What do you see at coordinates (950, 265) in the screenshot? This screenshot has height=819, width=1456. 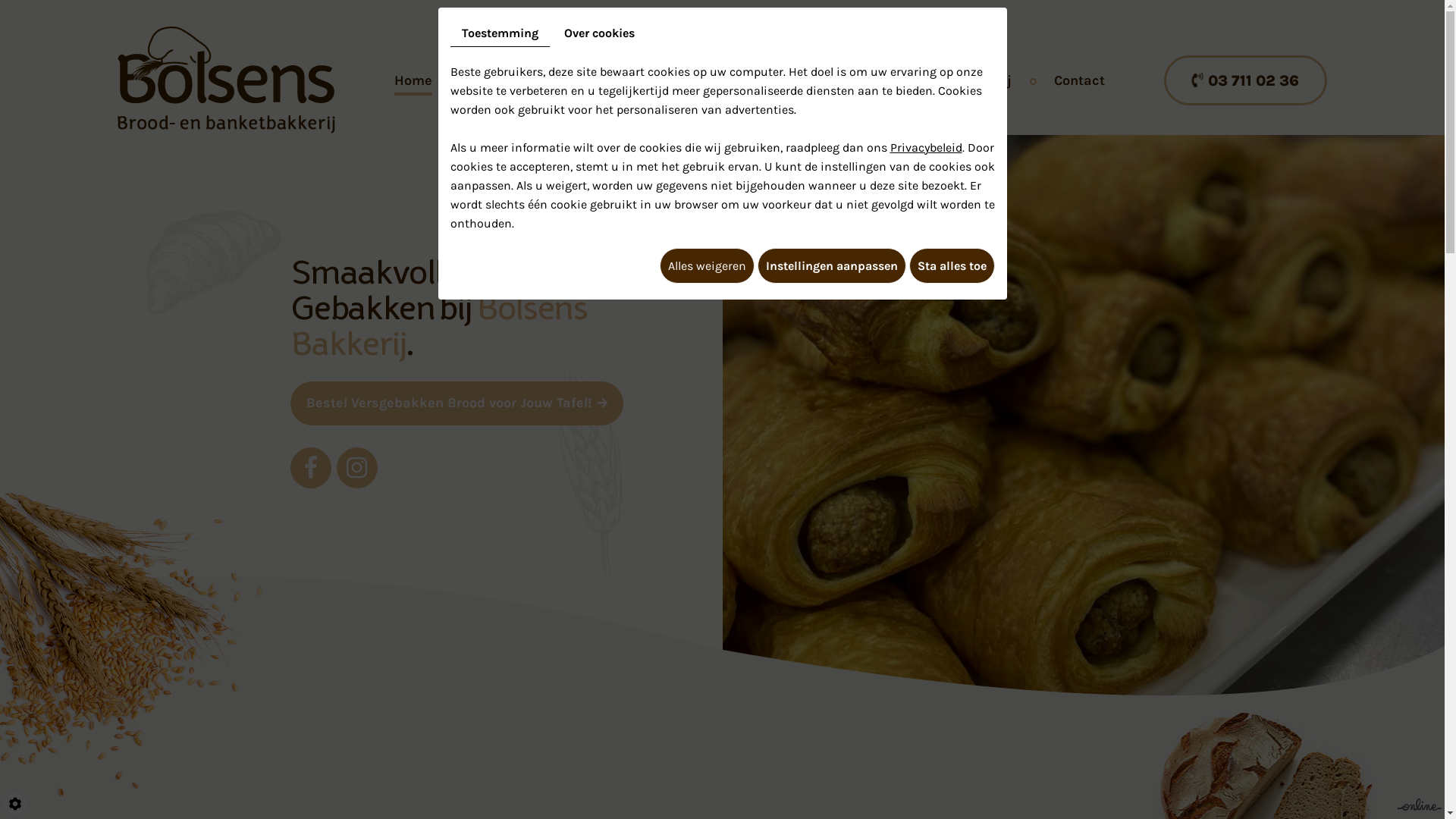 I see `'Sta alles toe'` at bounding box center [950, 265].